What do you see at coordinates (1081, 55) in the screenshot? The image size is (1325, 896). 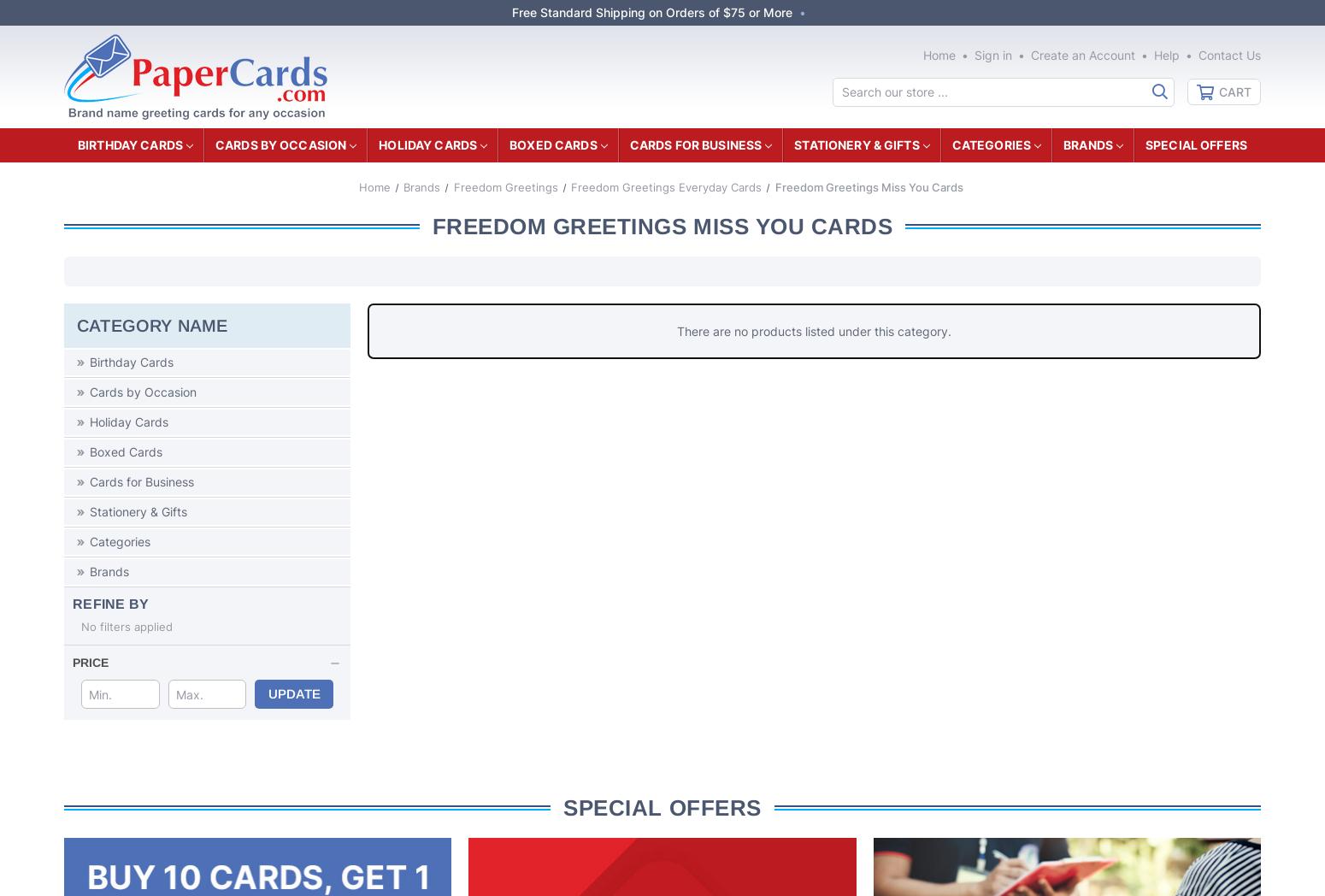 I see `'Create an Account'` at bounding box center [1081, 55].